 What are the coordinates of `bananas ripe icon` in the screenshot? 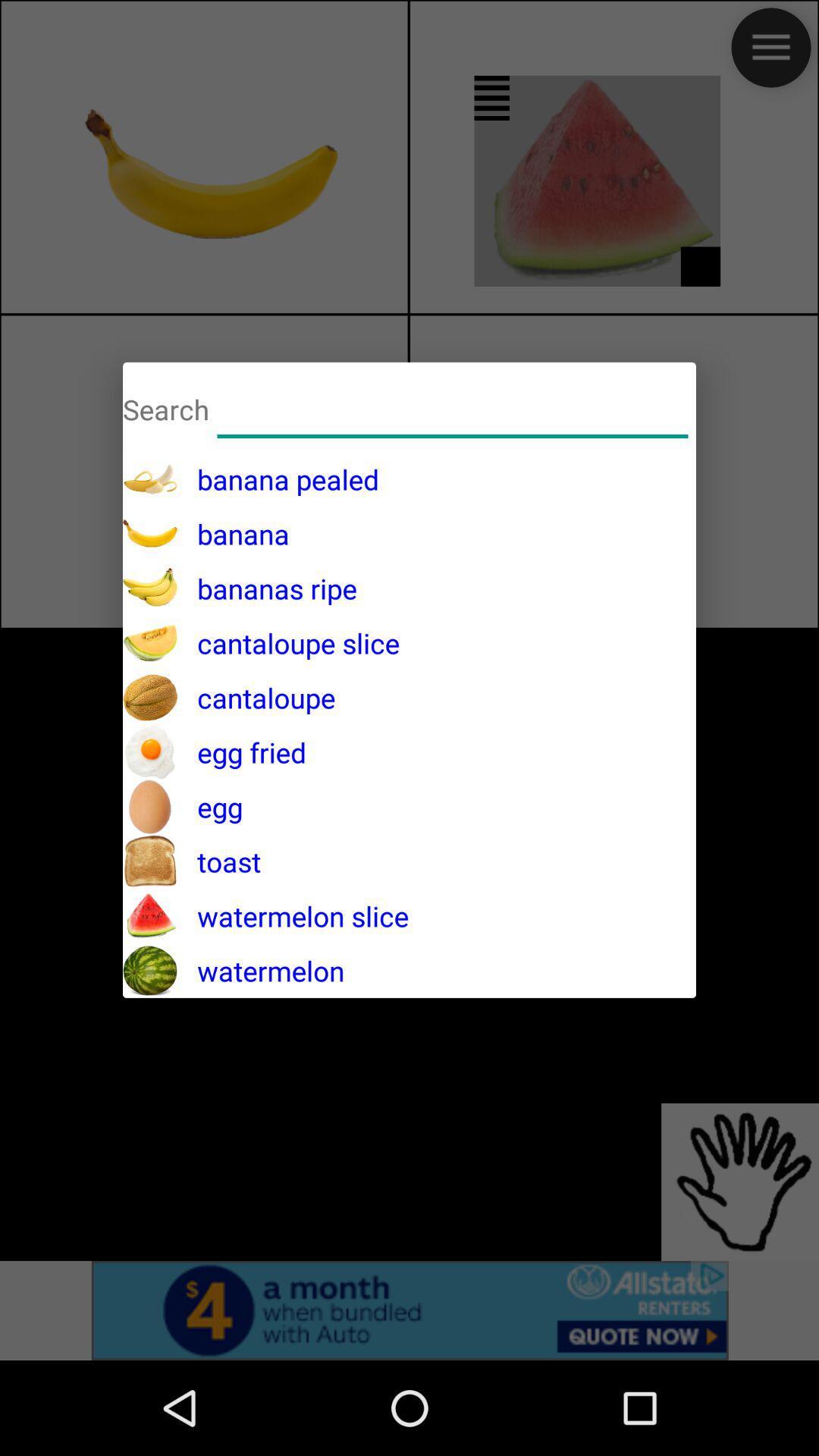 It's located at (266, 588).